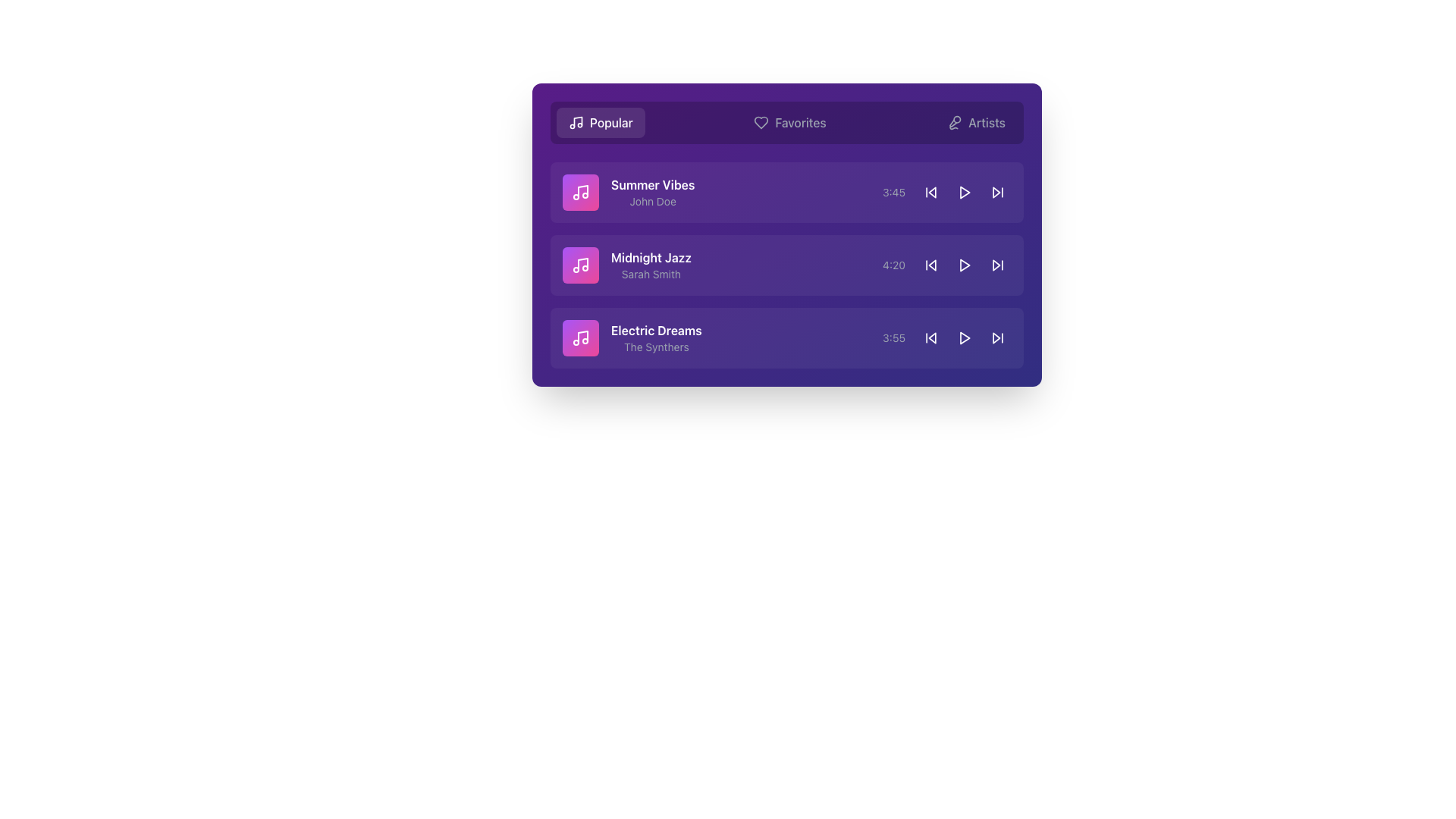 This screenshot has width=1456, height=819. Describe the element at coordinates (996, 337) in the screenshot. I see `the 'skip forward' button located to the far right of the 'Electric Dreams' song entry in the playlist interface` at that location.